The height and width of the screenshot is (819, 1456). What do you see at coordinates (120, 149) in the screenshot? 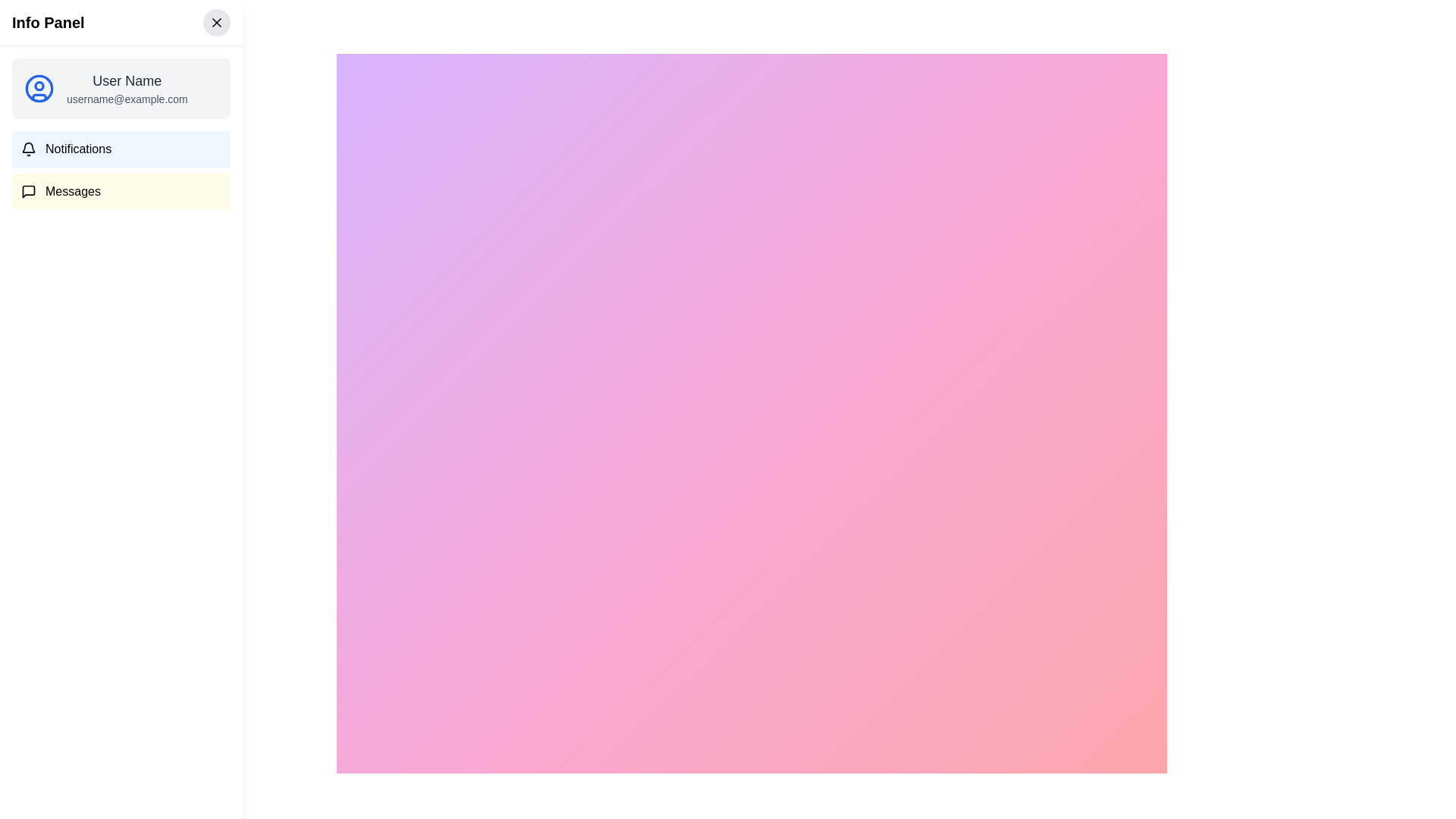
I see `the 'Notifications' button` at bounding box center [120, 149].